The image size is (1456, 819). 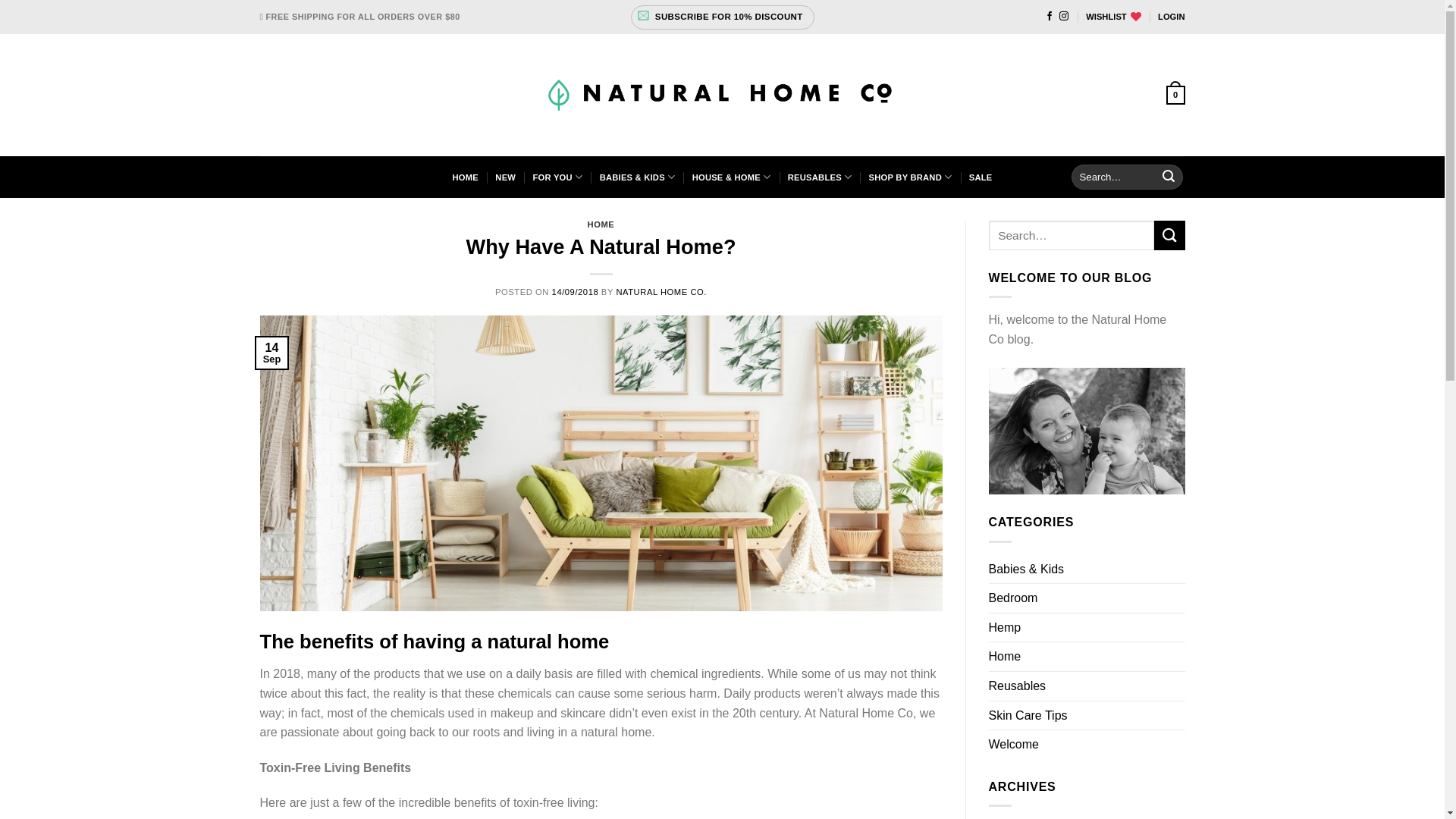 What do you see at coordinates (1156, 17) in the screenshot?
I see `'LOGIN'` at bounding box center [1156, 17].